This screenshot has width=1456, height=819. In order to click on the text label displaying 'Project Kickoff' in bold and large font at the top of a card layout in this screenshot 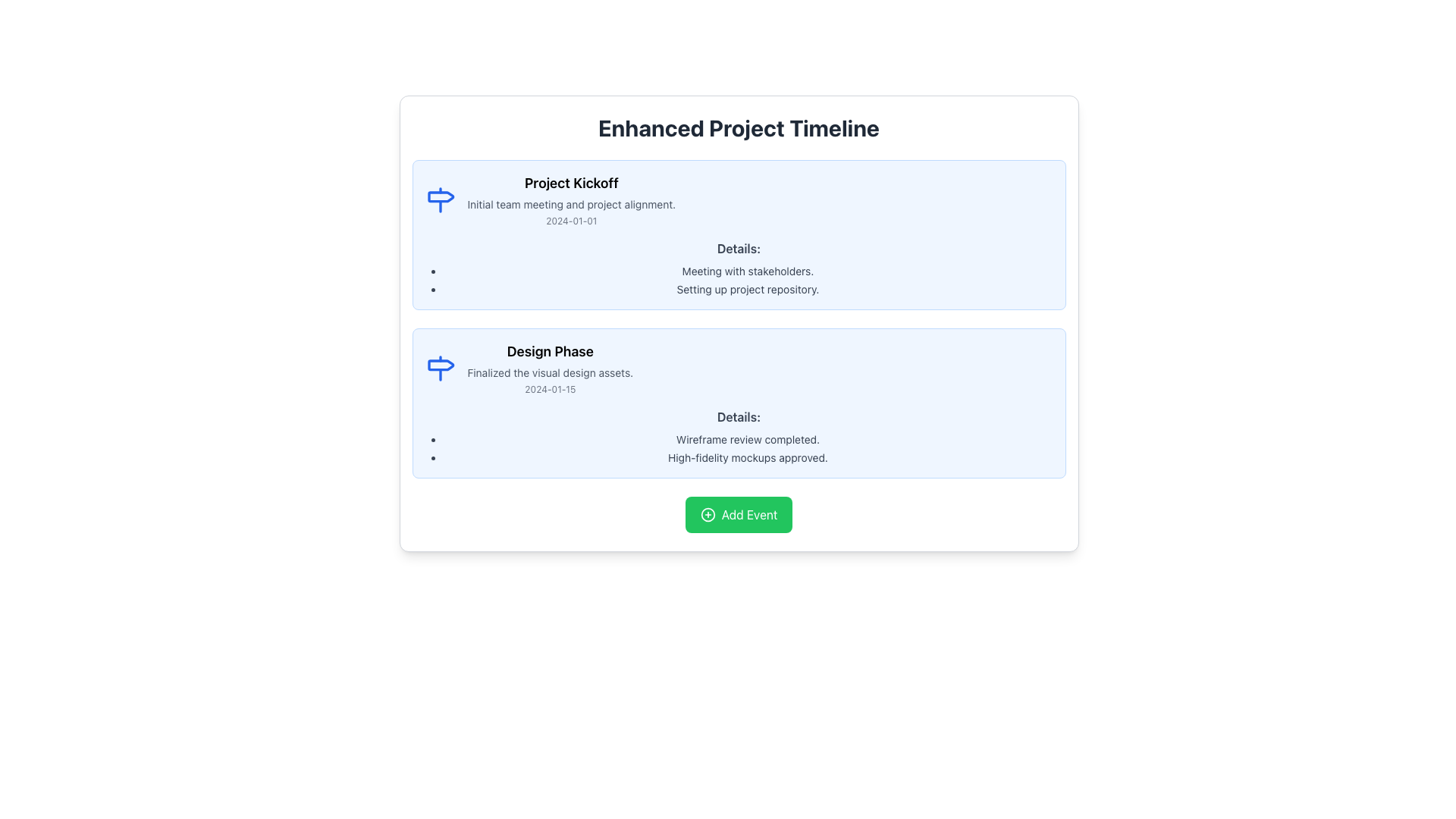, I will do `click(570, 183)`.